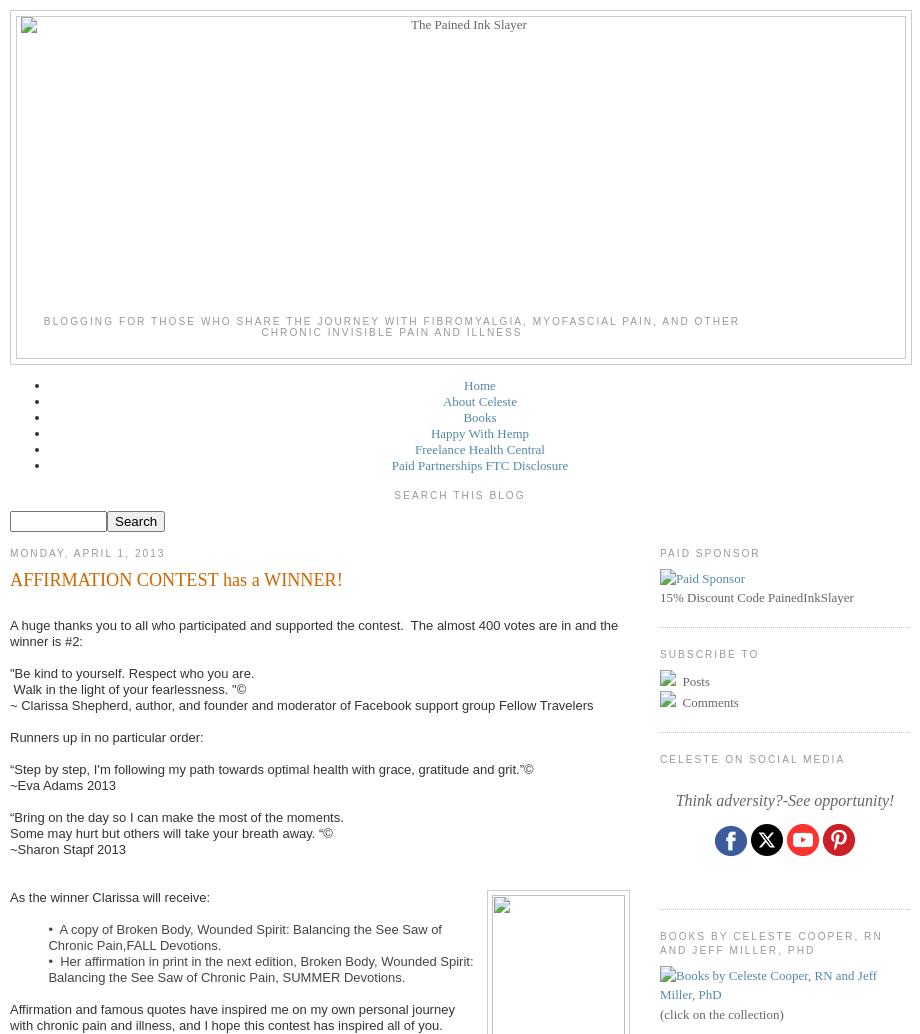 Image resolution: width=920 pixels, height=1034 pixels. What do you see at coordinates (479, 400) in the screenshot?
I see `'About Celeste'` at bounding box center [479, 400].